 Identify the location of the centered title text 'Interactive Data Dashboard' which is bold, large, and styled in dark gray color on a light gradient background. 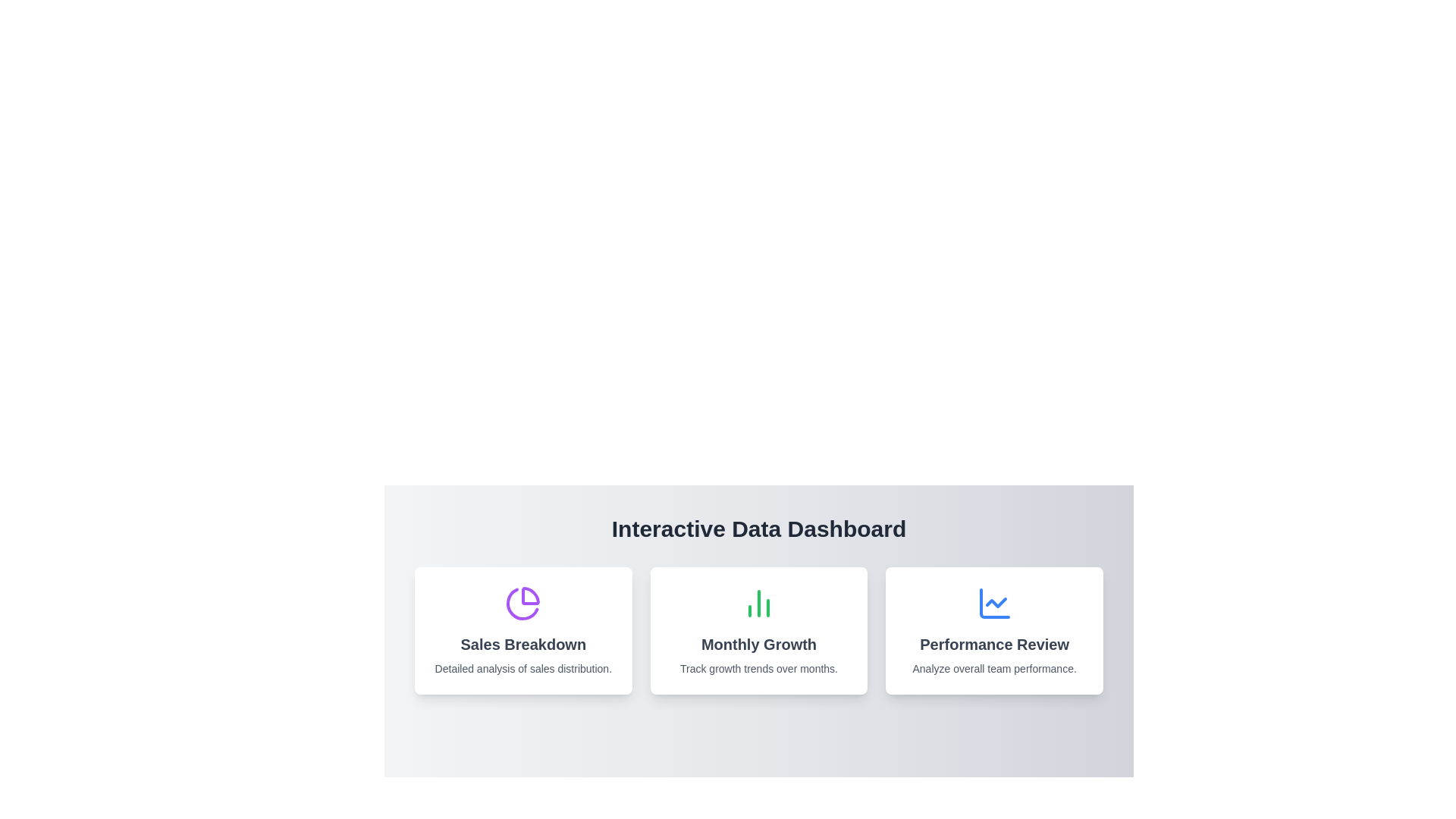
(759, 529).